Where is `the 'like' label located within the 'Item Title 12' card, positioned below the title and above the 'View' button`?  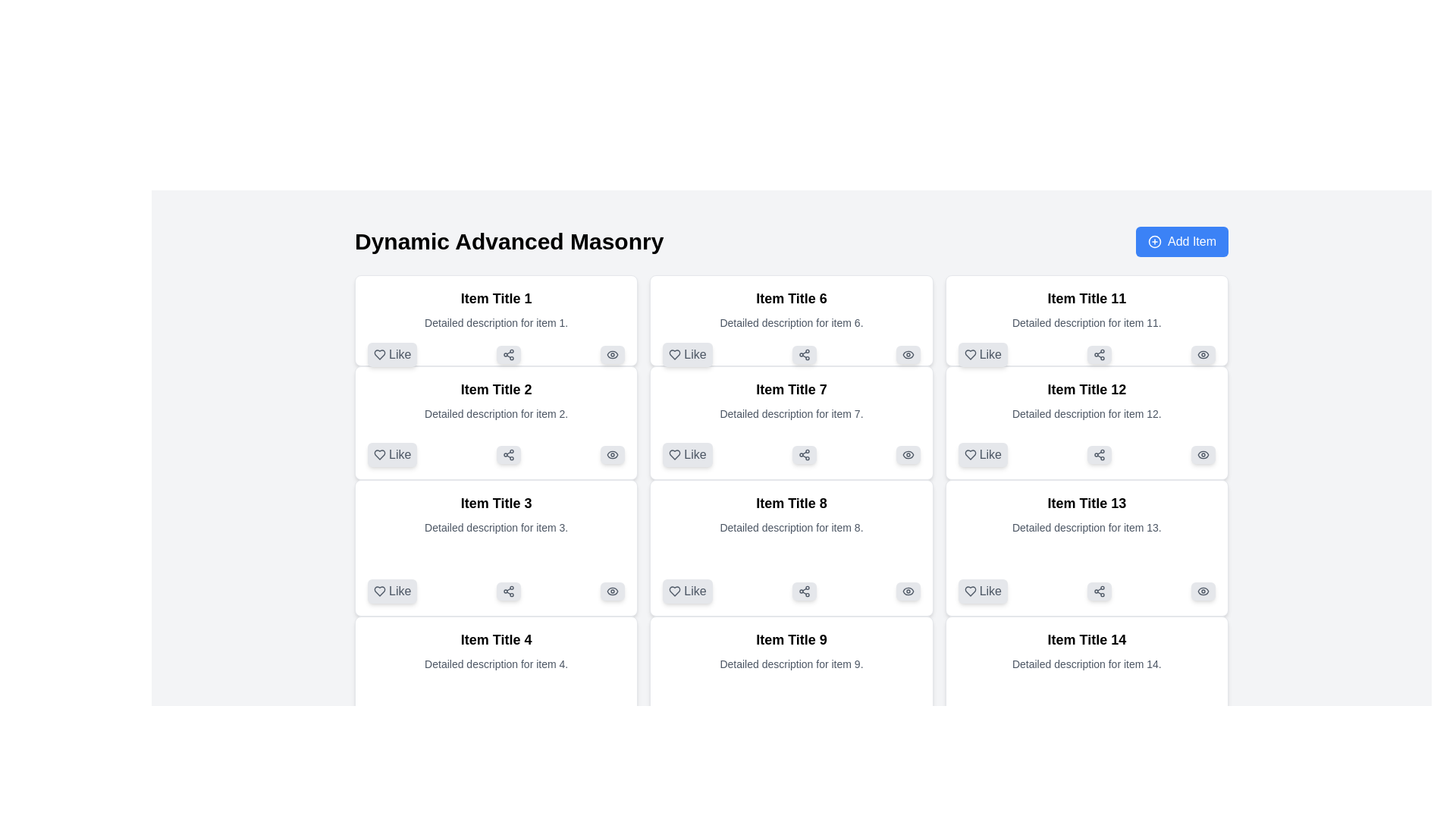
the 'like' label located within the 'Item Title 12' card, positioned below the title and above the 'View' button is located at coordinates (990, 454).